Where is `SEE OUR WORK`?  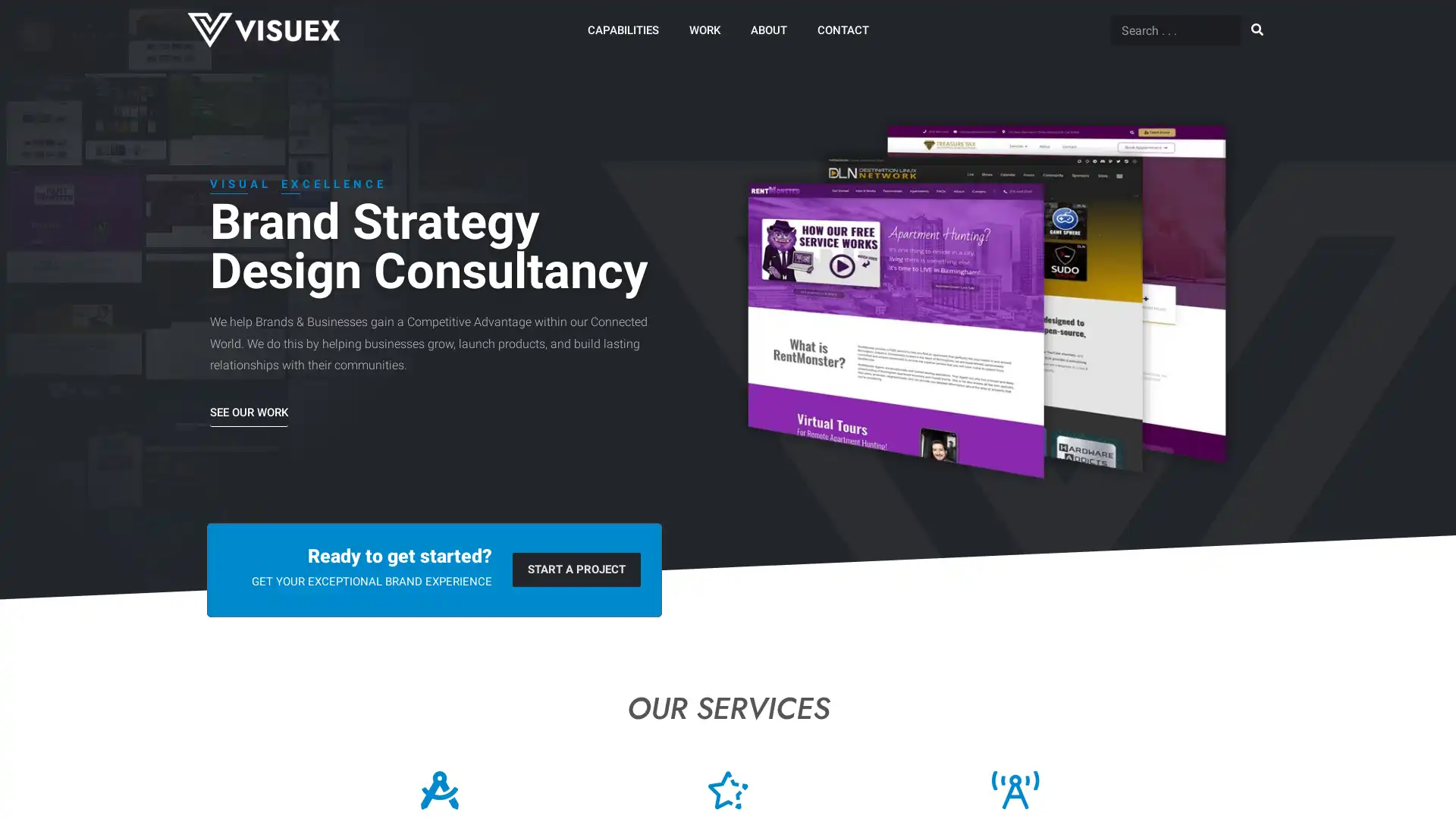
SEE OUR WORK is located at coordinates (249, 416).